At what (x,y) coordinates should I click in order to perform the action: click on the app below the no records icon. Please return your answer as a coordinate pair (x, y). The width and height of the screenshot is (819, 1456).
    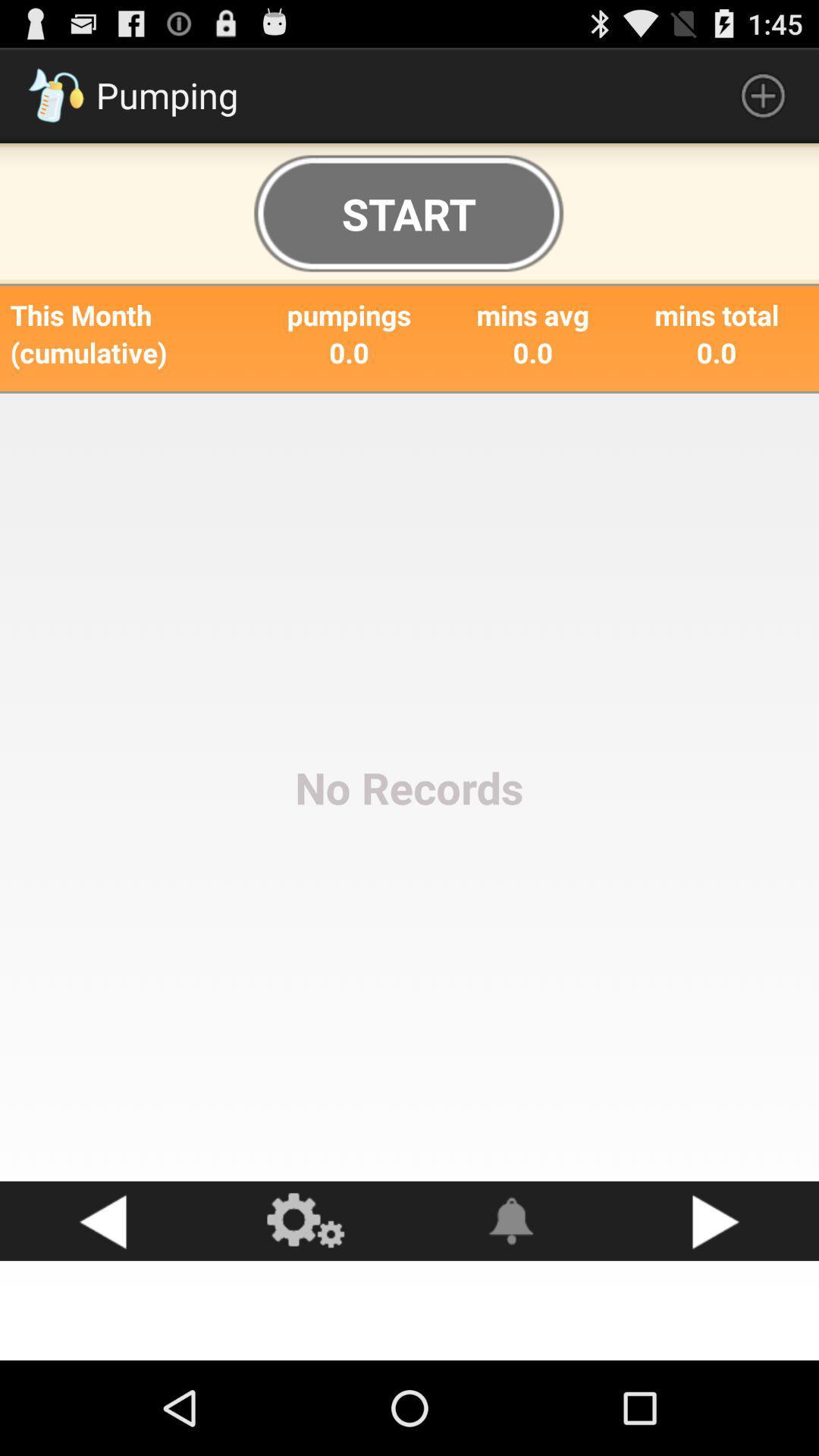
    Looking at the image, I should click on (717, 1221).